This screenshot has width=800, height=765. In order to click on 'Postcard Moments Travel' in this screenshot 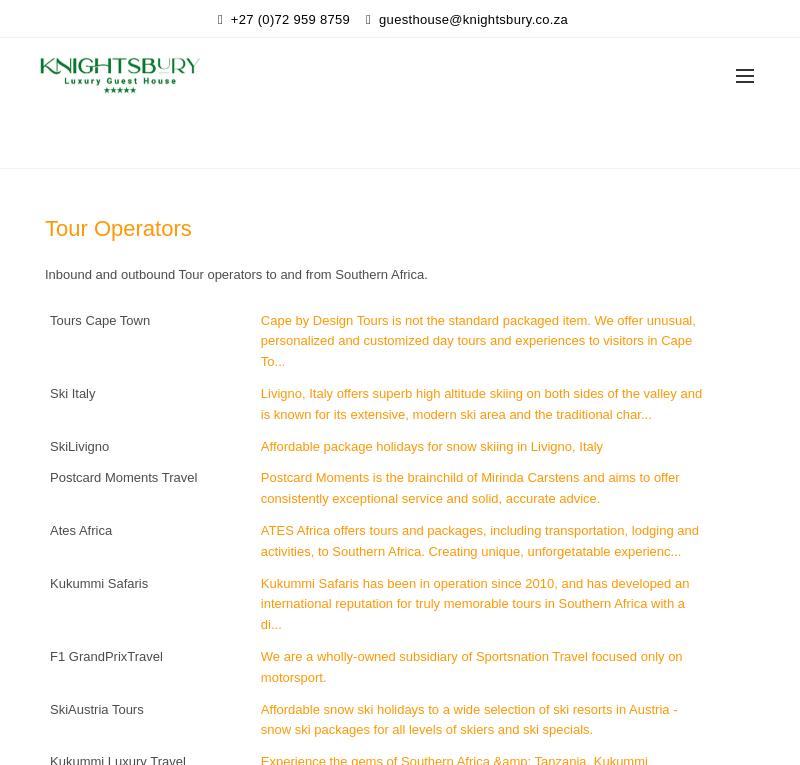, I will do `click(122, 477)`.